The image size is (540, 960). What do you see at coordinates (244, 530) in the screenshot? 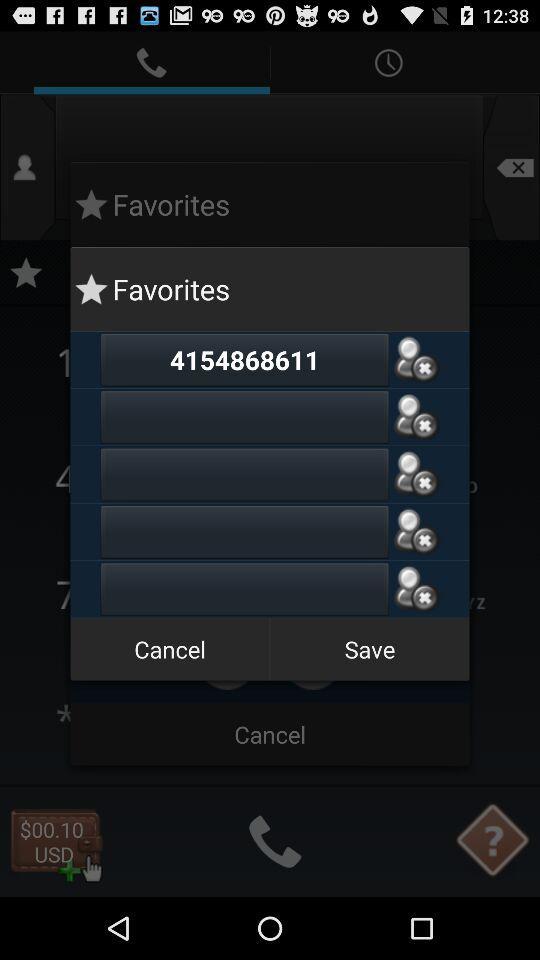
I see `phone number` at bounding box center [244, 530].